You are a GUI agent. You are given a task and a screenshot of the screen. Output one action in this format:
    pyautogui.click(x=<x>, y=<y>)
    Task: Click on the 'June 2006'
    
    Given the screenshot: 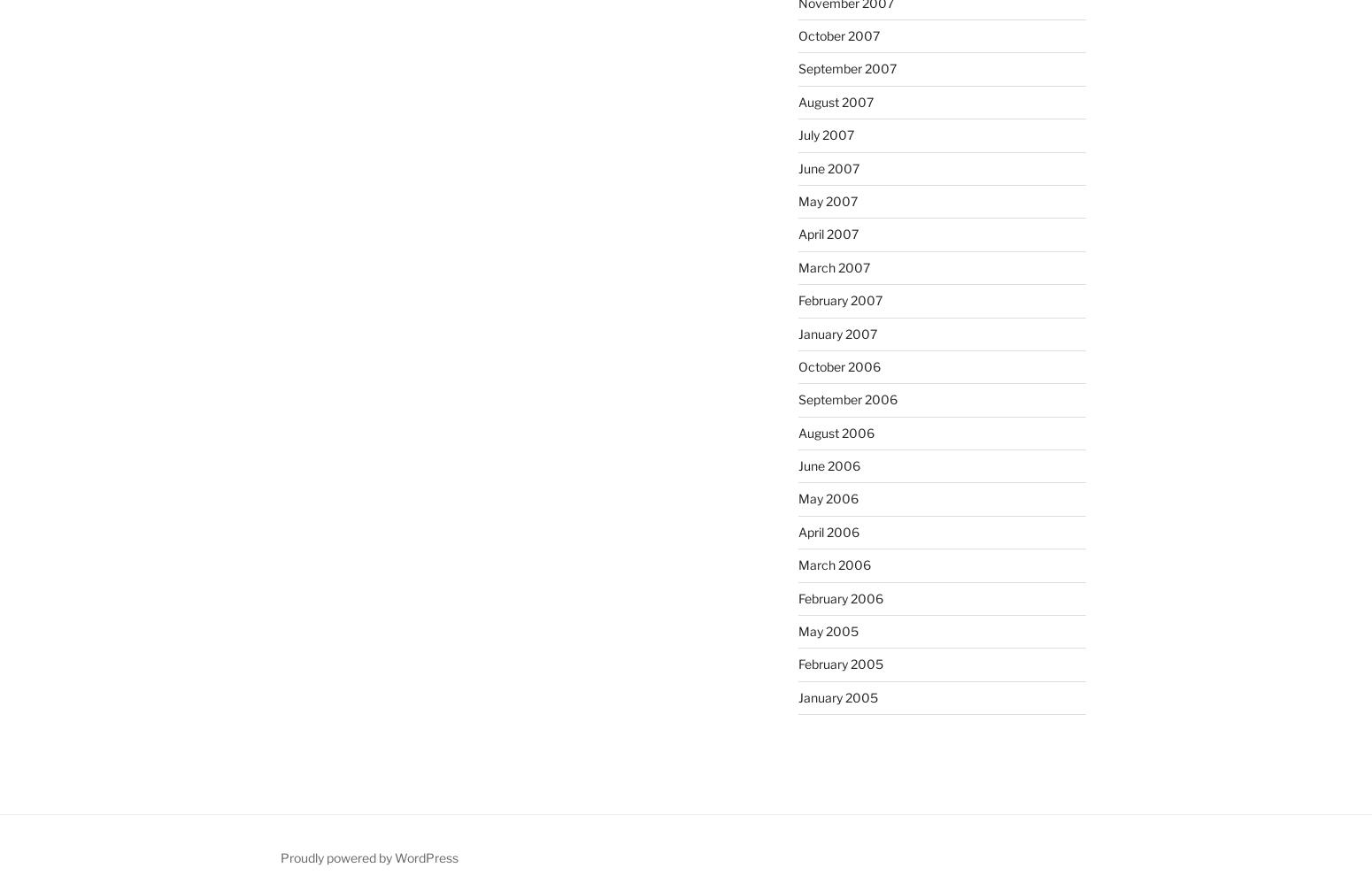 What is the action you would take?
    pyautogui.click(x=828, y=465)
    